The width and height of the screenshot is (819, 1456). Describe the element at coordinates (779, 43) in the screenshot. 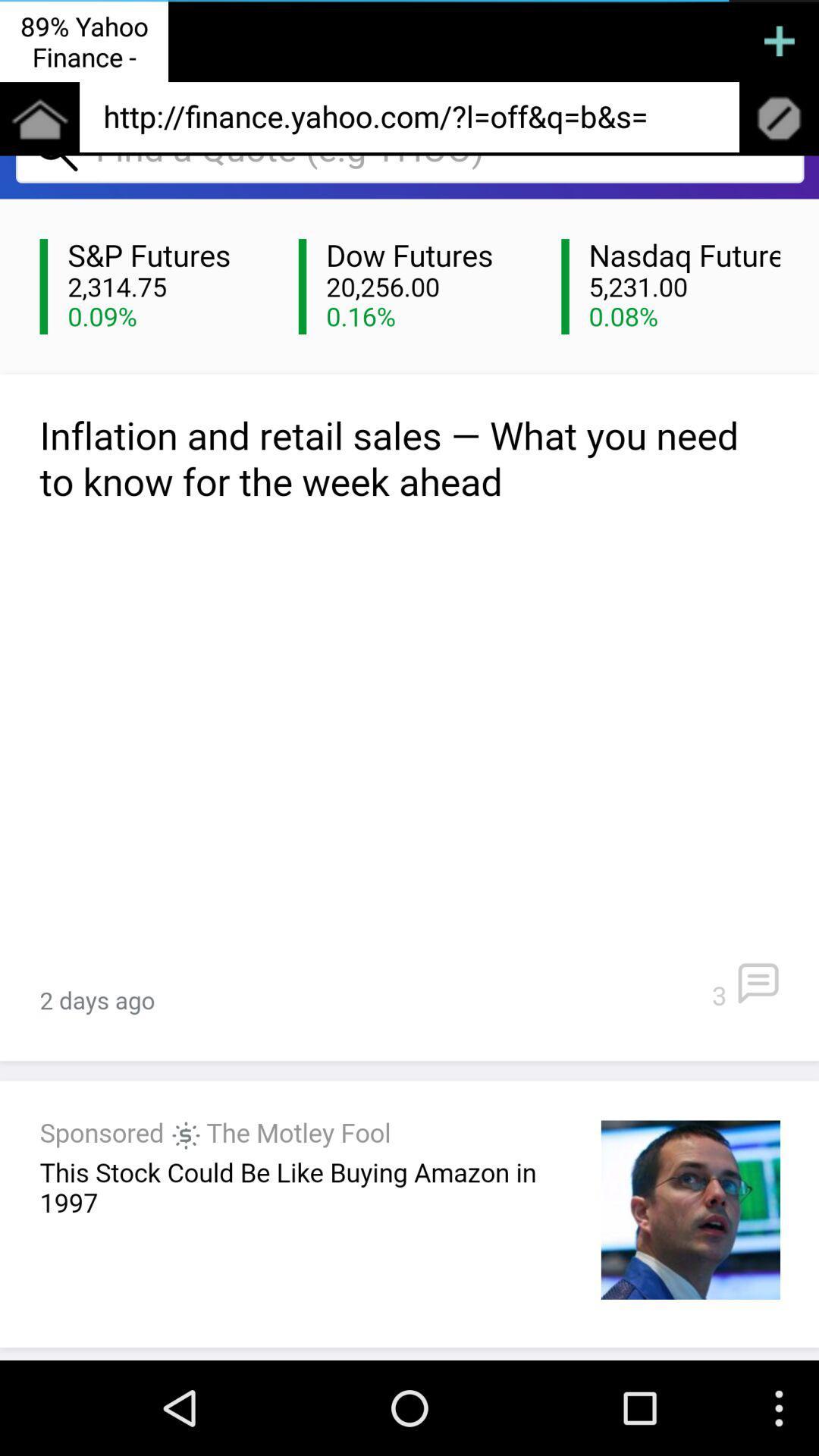

I see `the add icon` at that location.